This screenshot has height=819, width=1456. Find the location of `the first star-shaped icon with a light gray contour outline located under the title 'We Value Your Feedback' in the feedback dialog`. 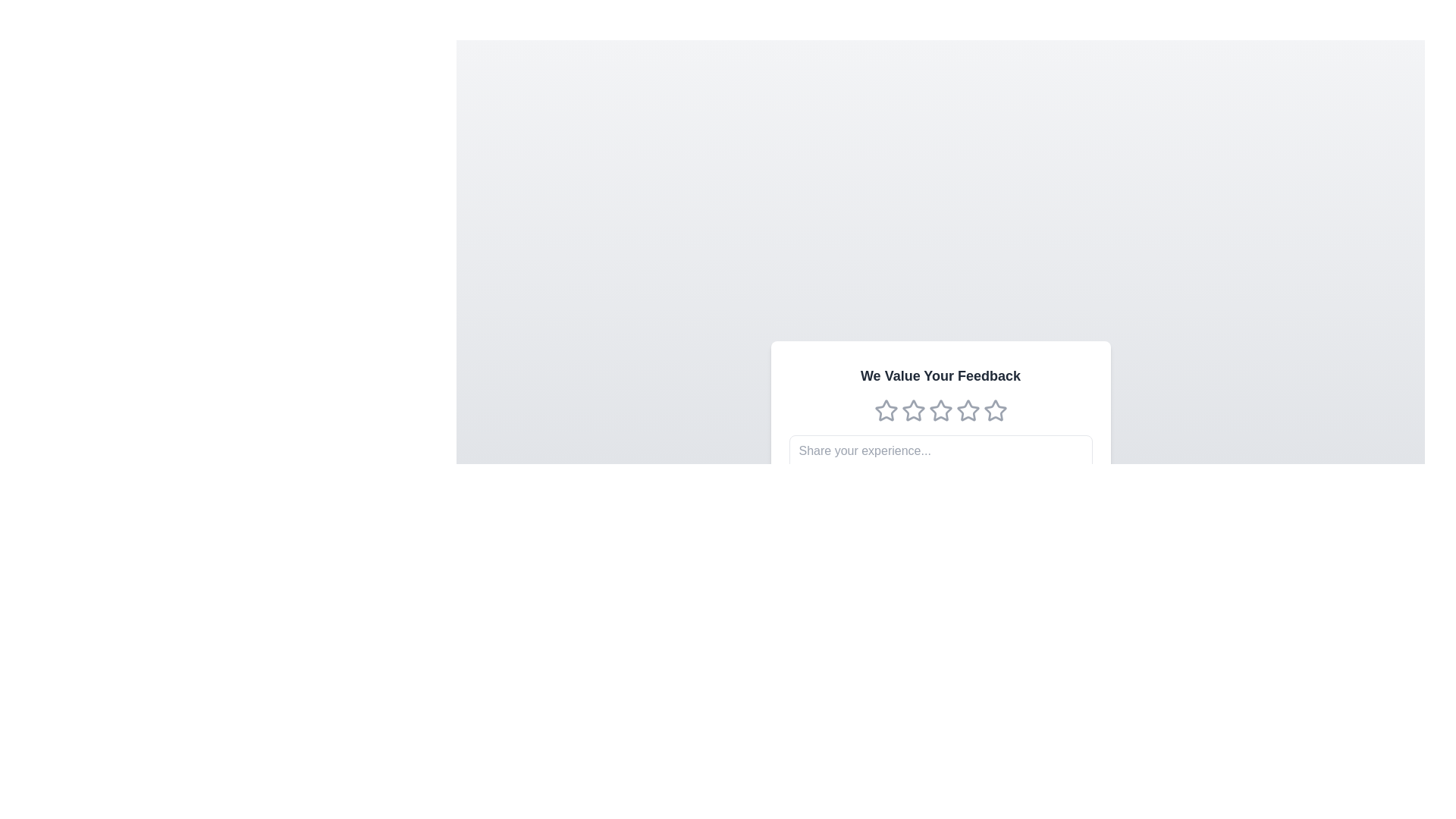

the first star-shaped icon with a light gray contour outline located under the title 'We Value Your Feedback' in the feedback dialog is located at coordinates (885, 409).